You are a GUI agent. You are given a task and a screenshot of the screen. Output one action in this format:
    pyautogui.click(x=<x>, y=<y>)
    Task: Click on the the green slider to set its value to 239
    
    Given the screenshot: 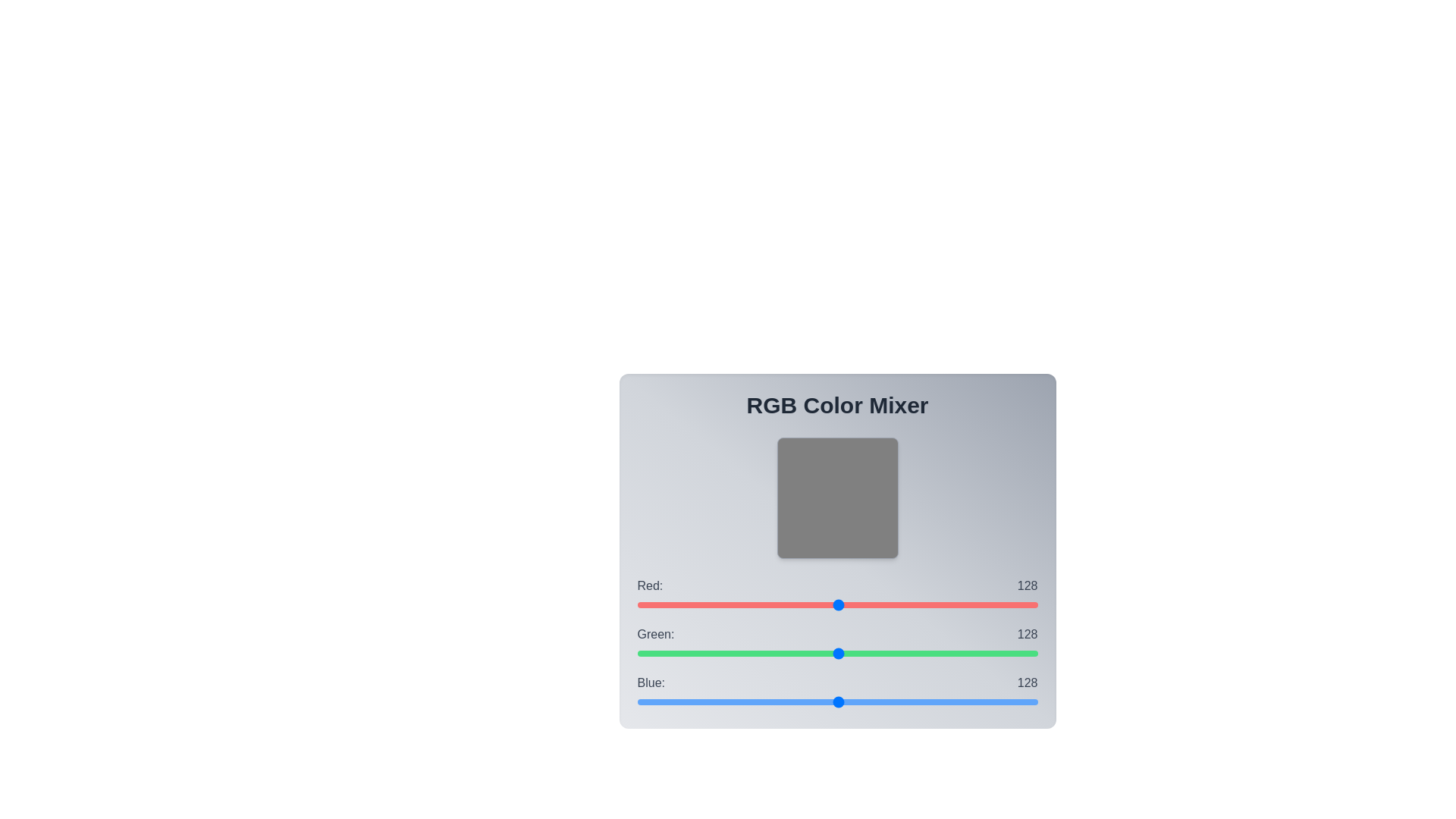 What is the action you would take?
    pyautogui.click(x=1012, y=652)
    